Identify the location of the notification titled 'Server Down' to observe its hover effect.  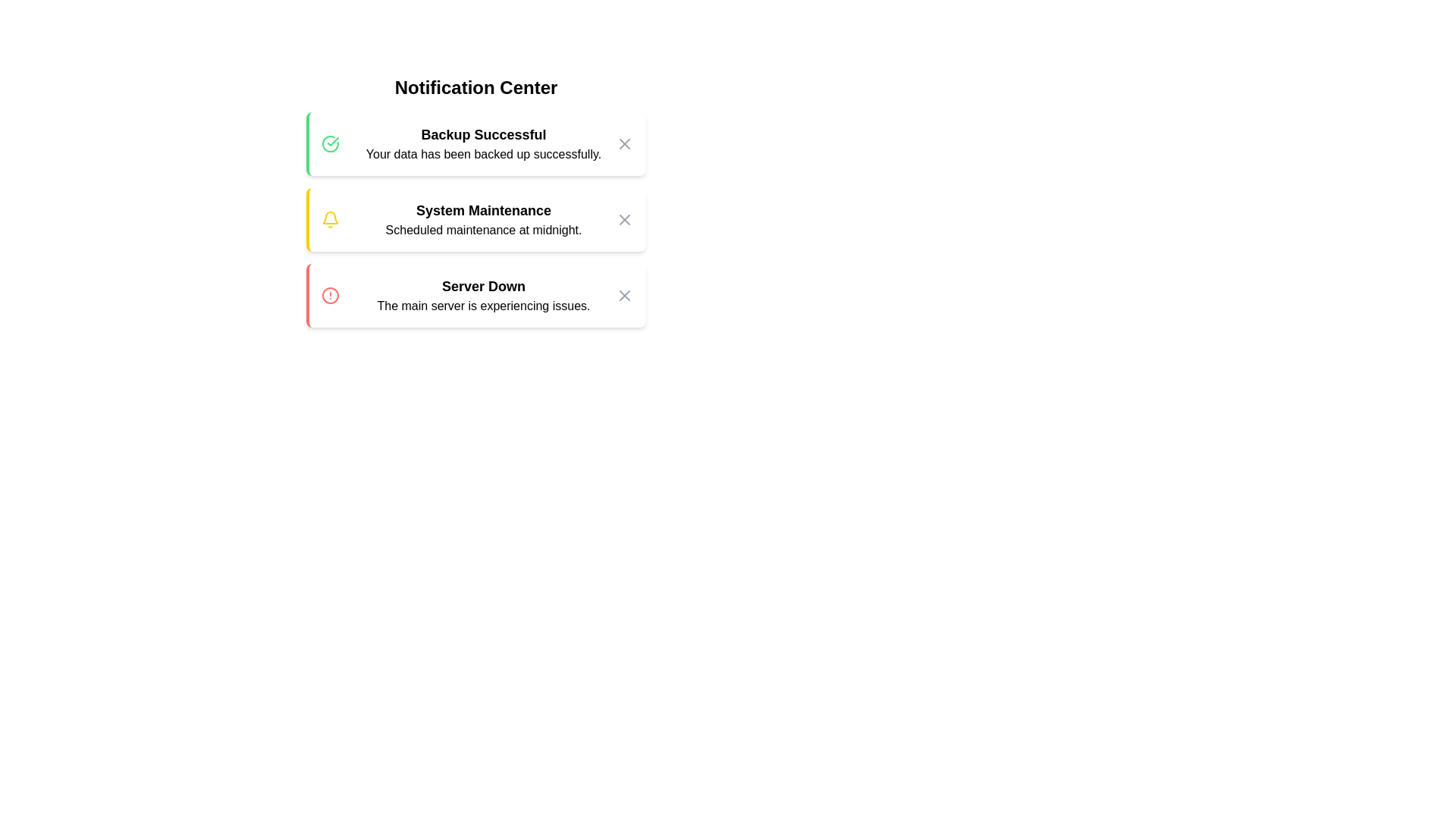
(475, 295).